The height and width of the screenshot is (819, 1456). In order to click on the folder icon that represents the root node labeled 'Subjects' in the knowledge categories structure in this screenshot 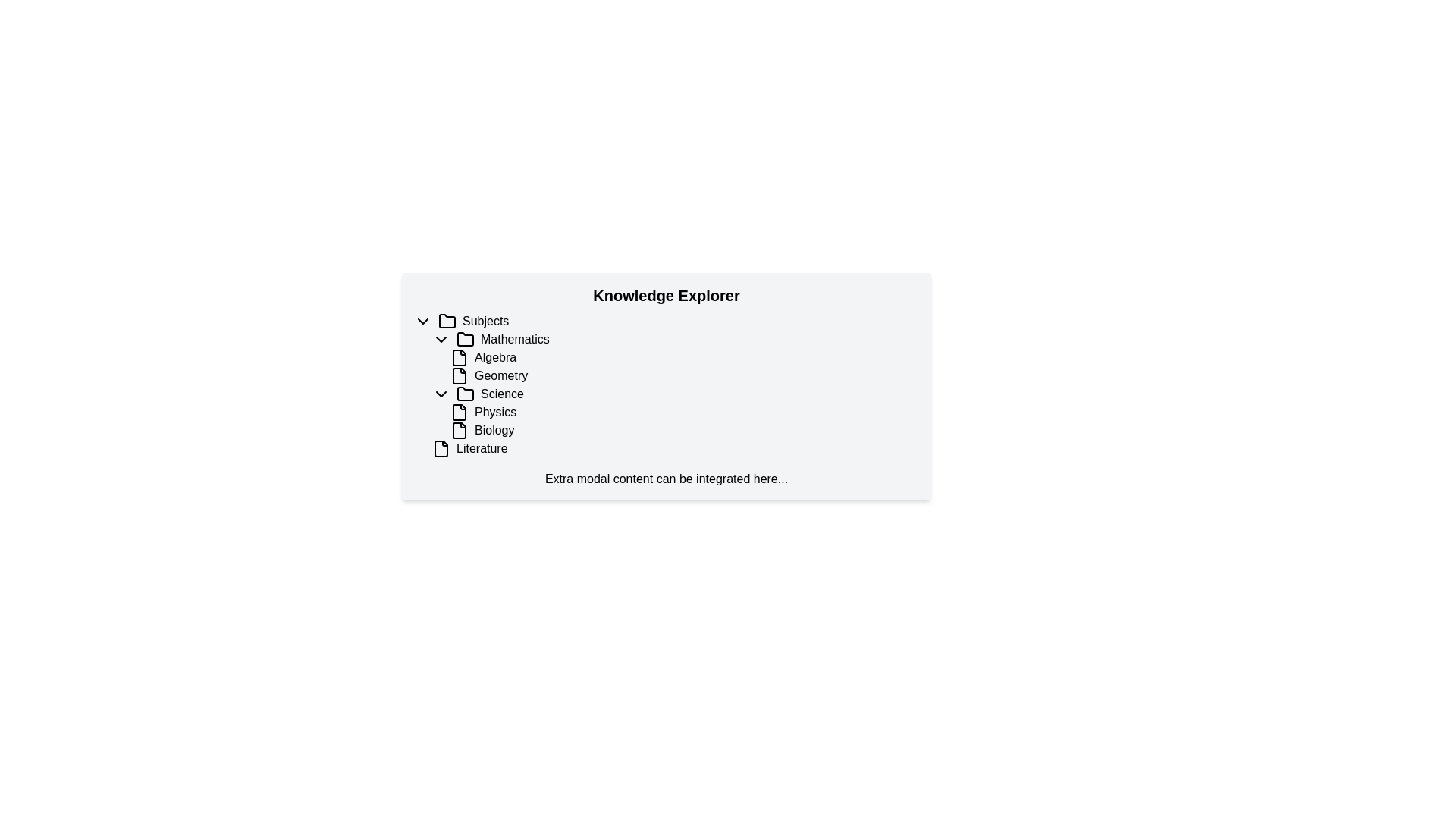, I will do `click(447, 320)`.